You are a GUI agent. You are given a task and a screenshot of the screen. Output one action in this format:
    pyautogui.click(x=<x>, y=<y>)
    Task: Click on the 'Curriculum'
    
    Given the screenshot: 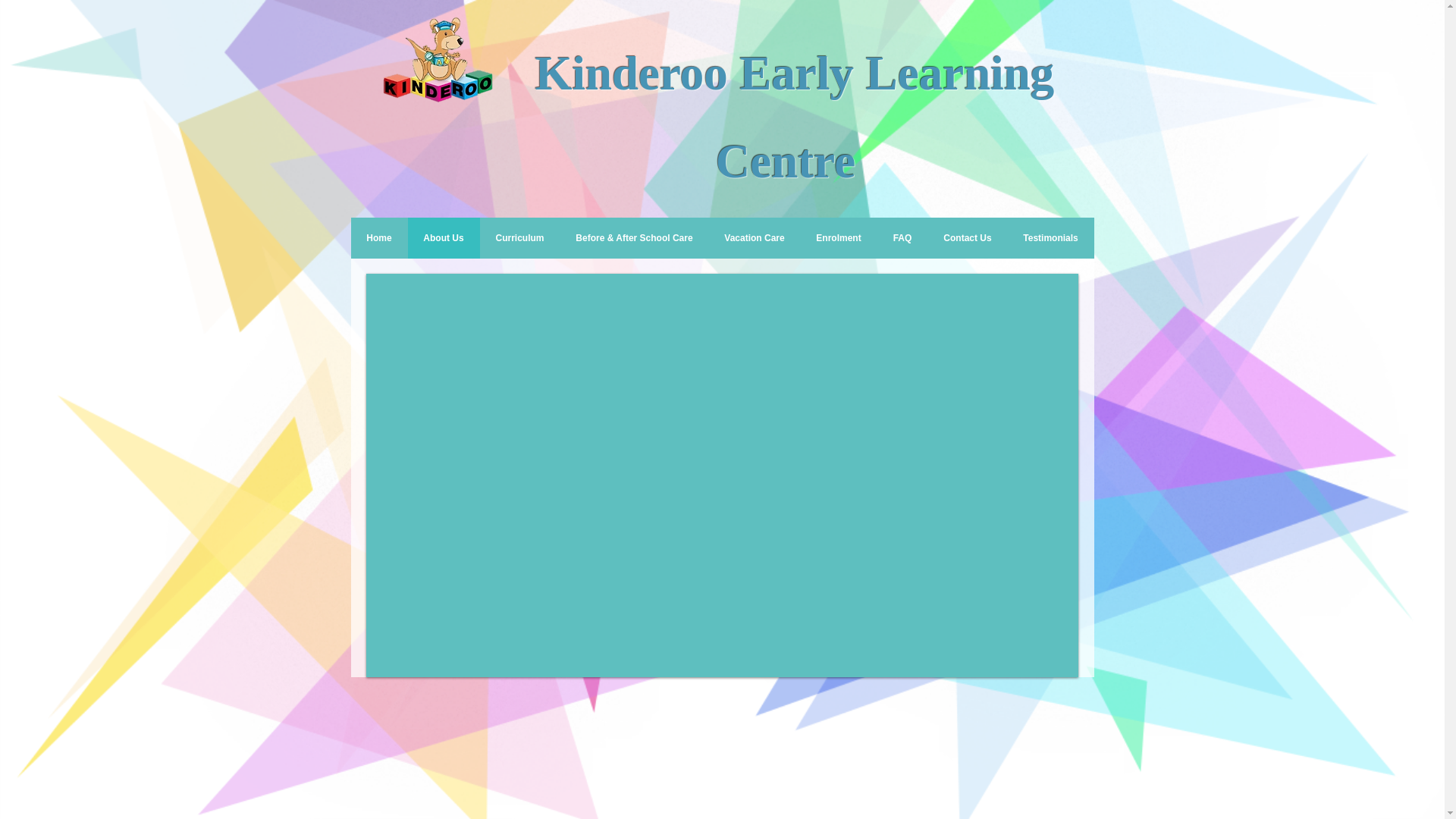 What is the action you would take?
    pyautogui.click(x=479, y=237)
    